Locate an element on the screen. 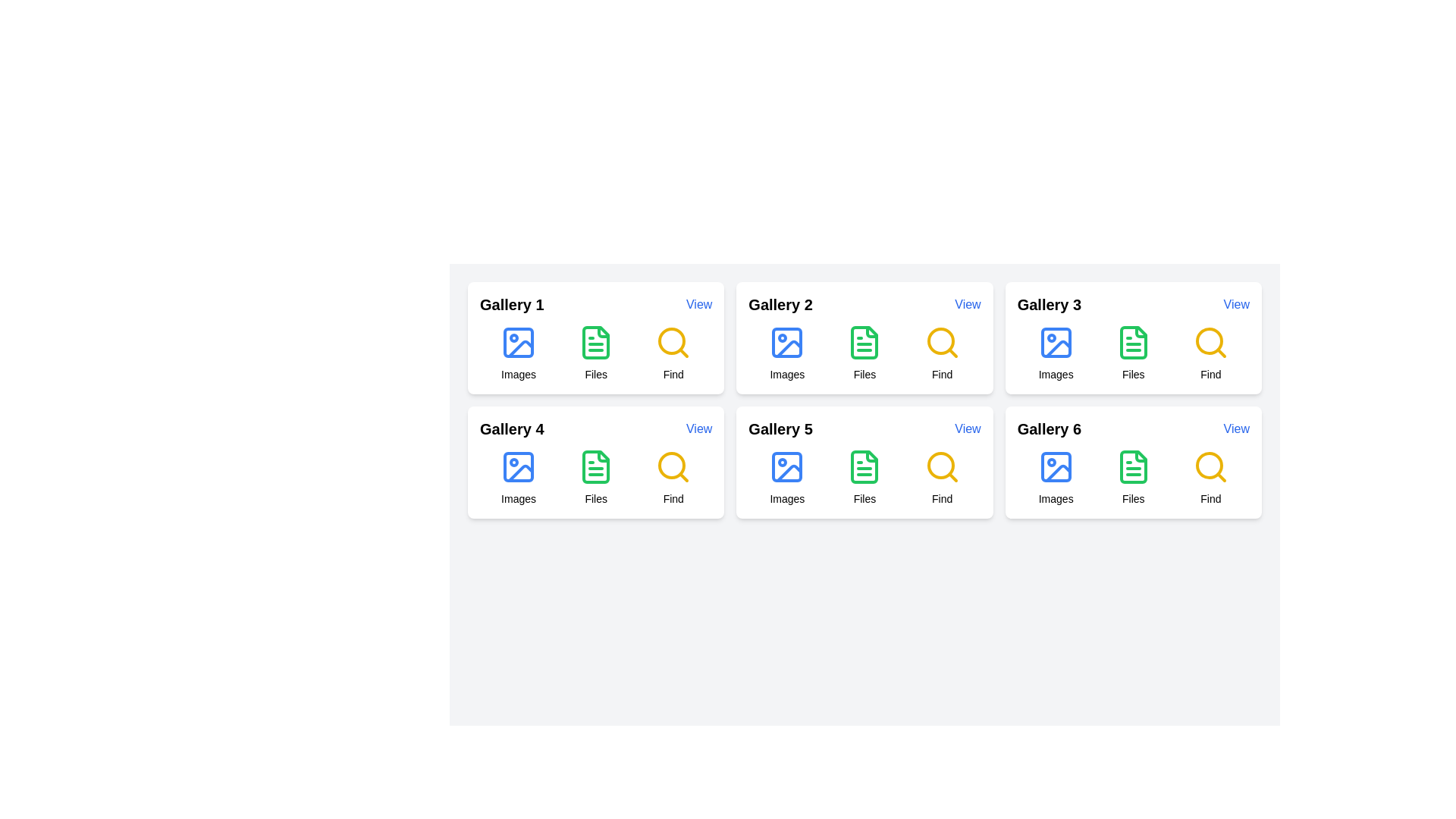 This screenshot has width=1456, height=819. the 'Gallery 6' card located in the bottom-right corner of the grid layout to emphasize its shadow effect is located at coordinates (1133, 461).